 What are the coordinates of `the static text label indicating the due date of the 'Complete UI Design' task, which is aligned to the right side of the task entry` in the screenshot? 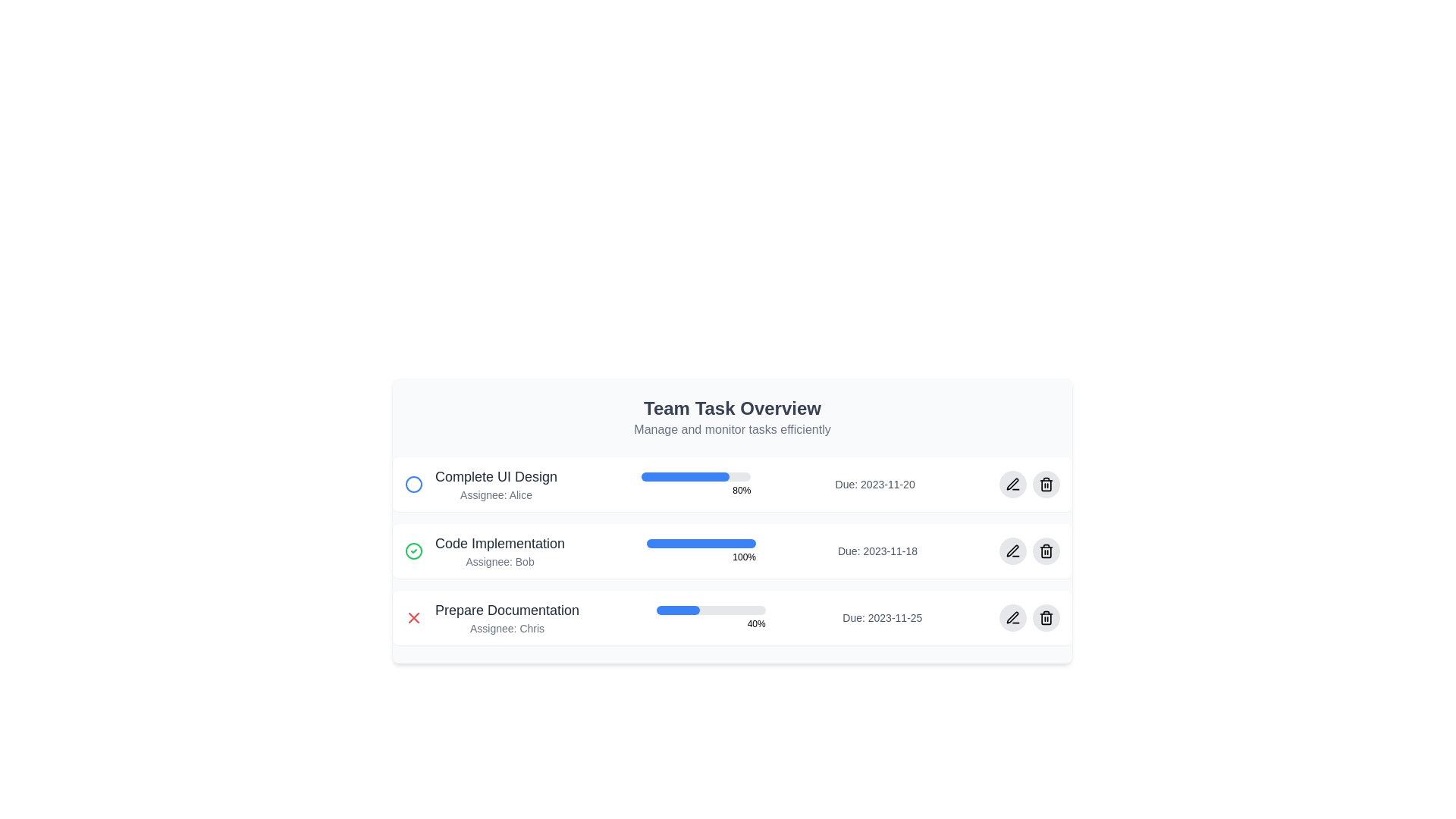 It's located at (875, 485).